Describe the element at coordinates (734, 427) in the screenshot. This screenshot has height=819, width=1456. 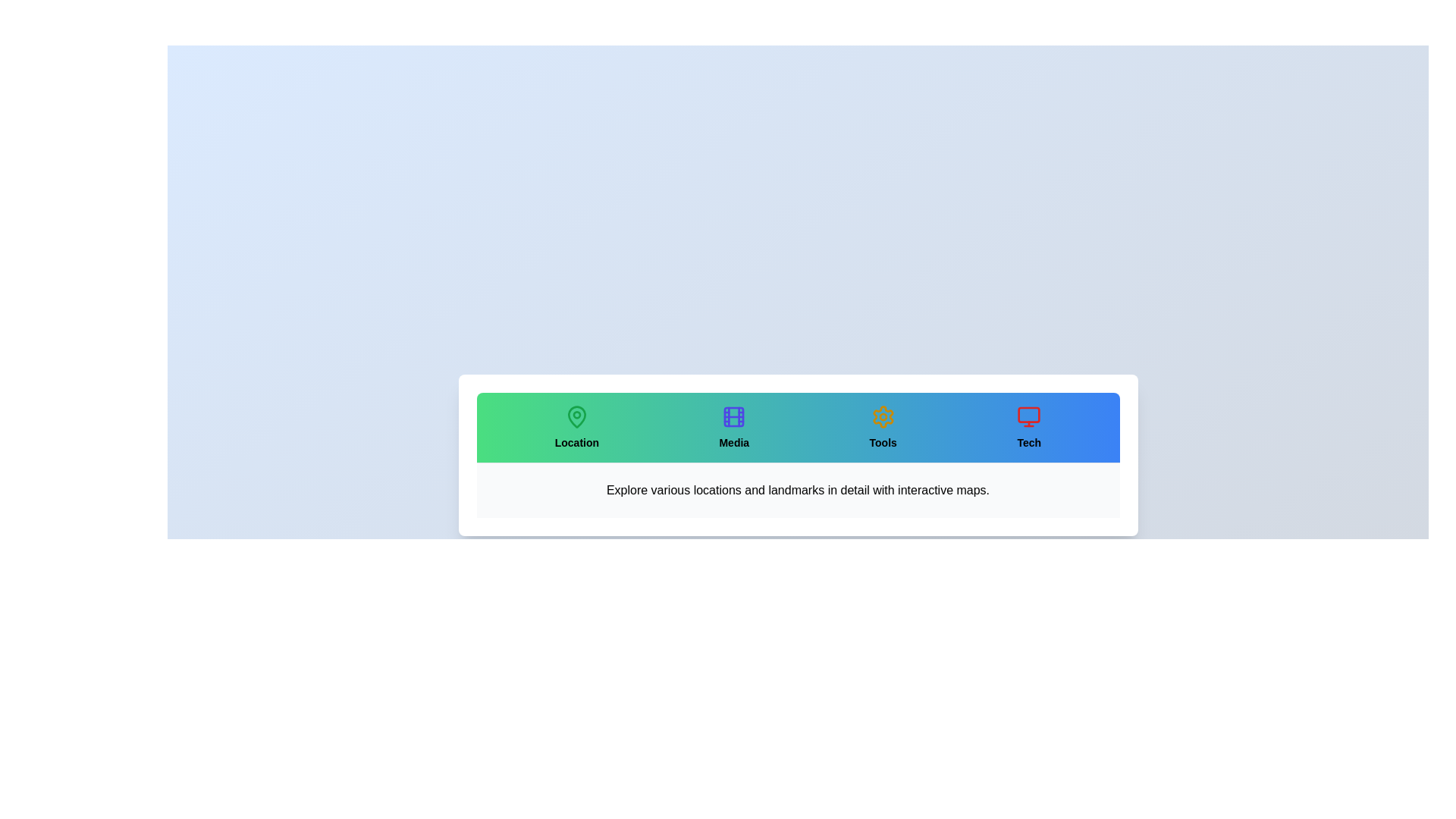
I see `the tab labeled Media to select it` at that location.